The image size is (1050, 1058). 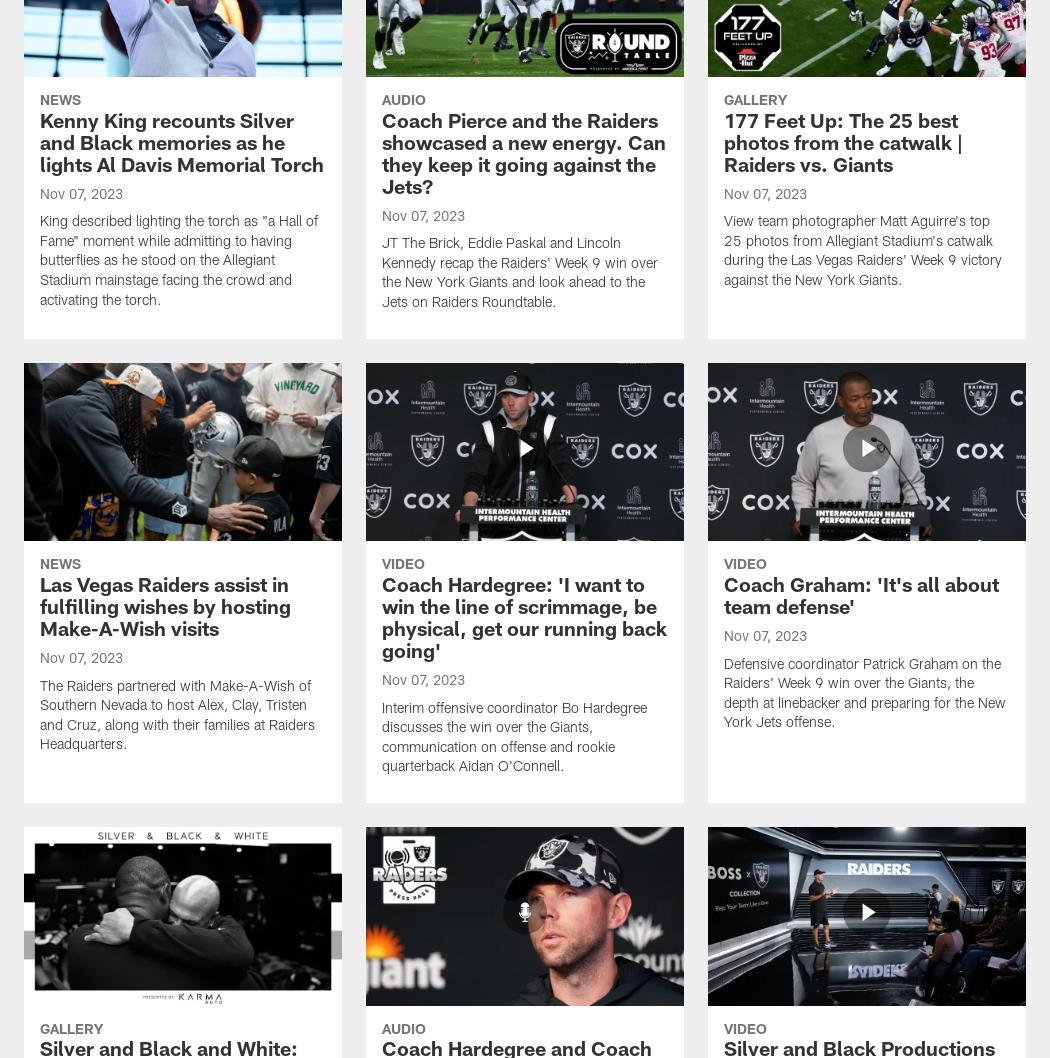 I want to click on '177 Feet Up: The 25 best photos from the catwalk | Raiders vs. Giants', so click(x=843, y=144).